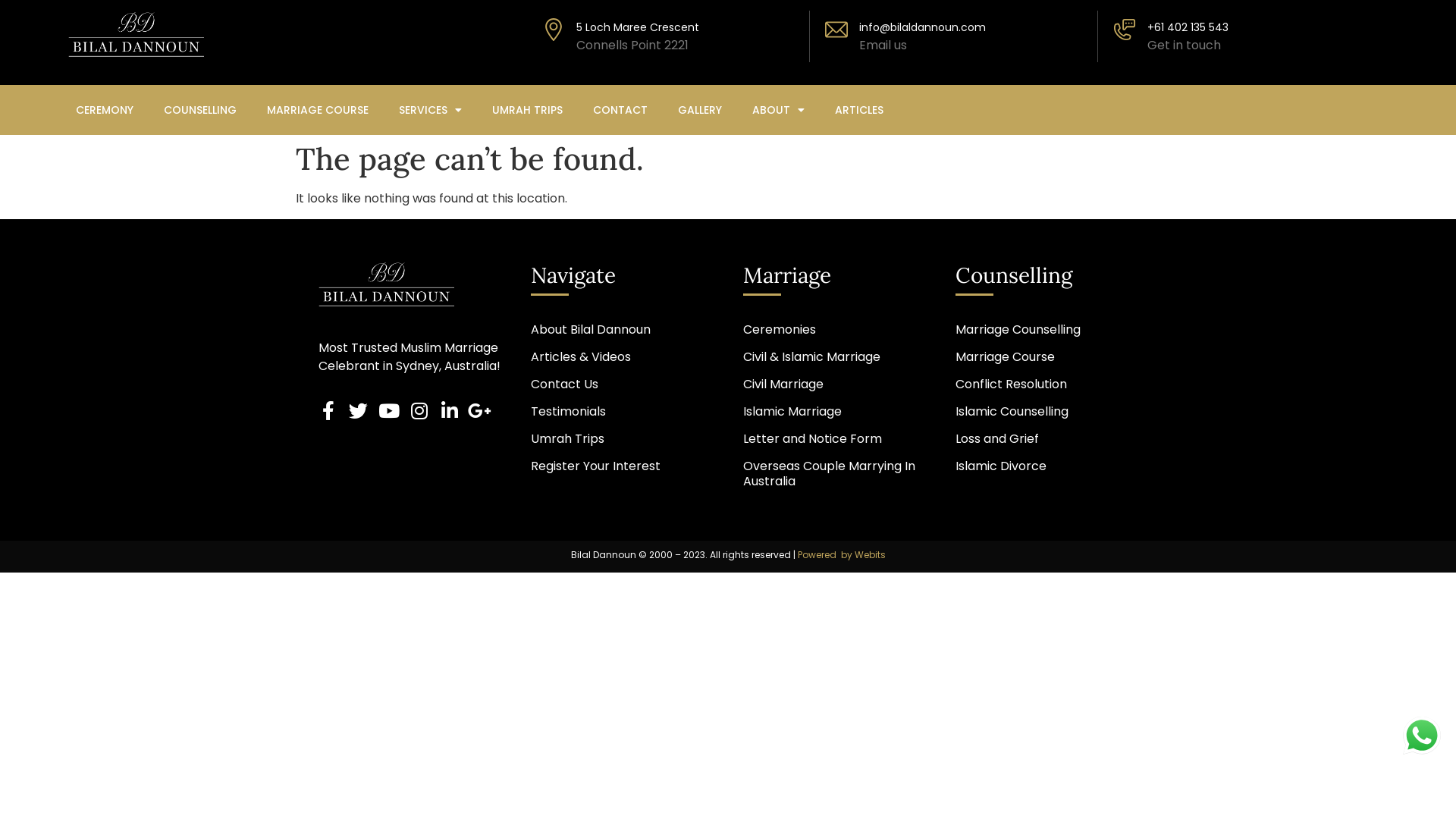 The image size is (1456, 819). Describe the element at coordinates (1046, 356) in the screenshot. I see `'Marriage Course'` at that location.